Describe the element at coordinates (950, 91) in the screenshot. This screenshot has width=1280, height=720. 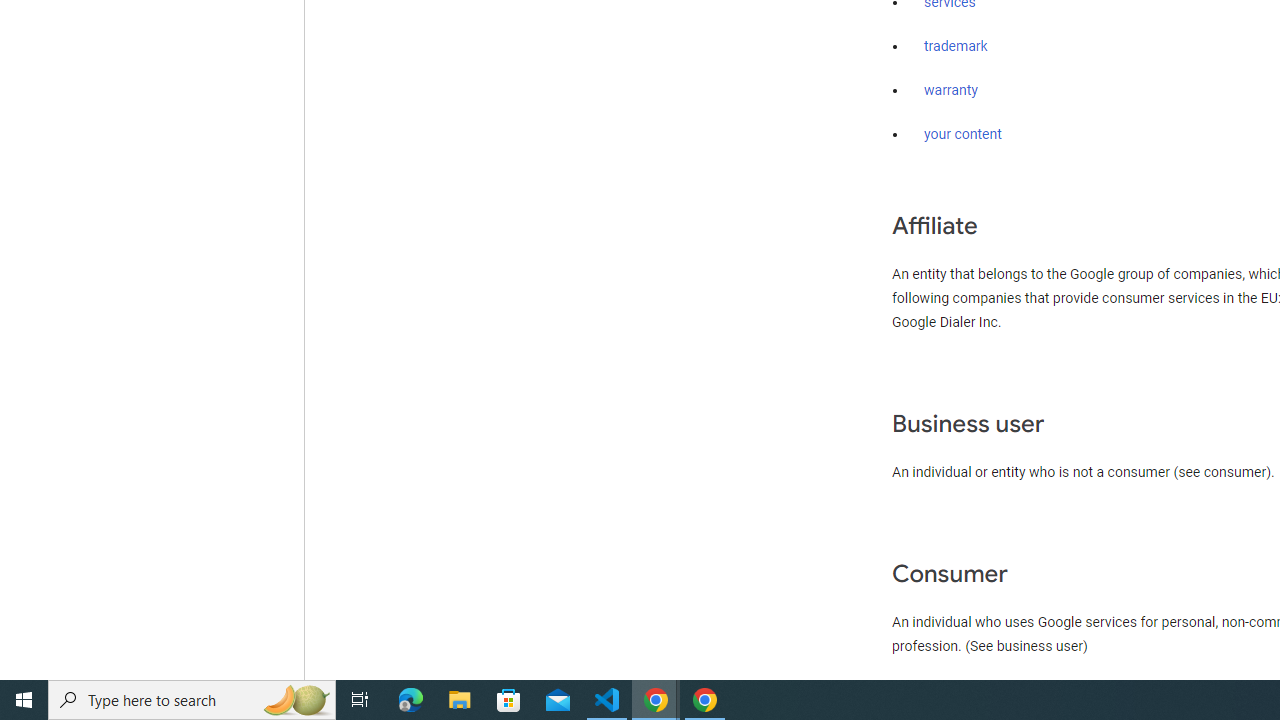
I see `'warranty'` at that location.